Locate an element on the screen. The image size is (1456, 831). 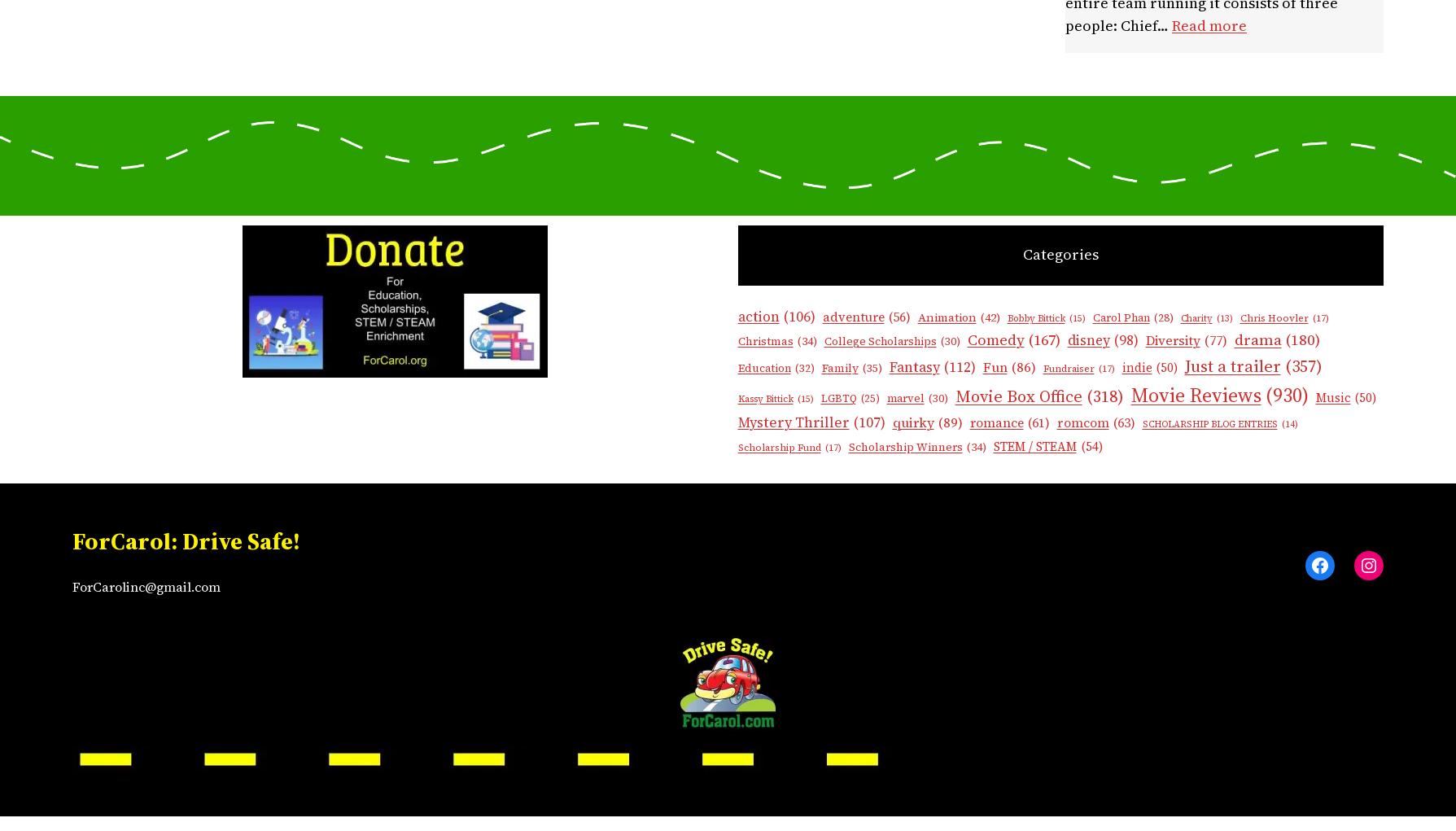
'drama' is located at coordinates (1256, 339).